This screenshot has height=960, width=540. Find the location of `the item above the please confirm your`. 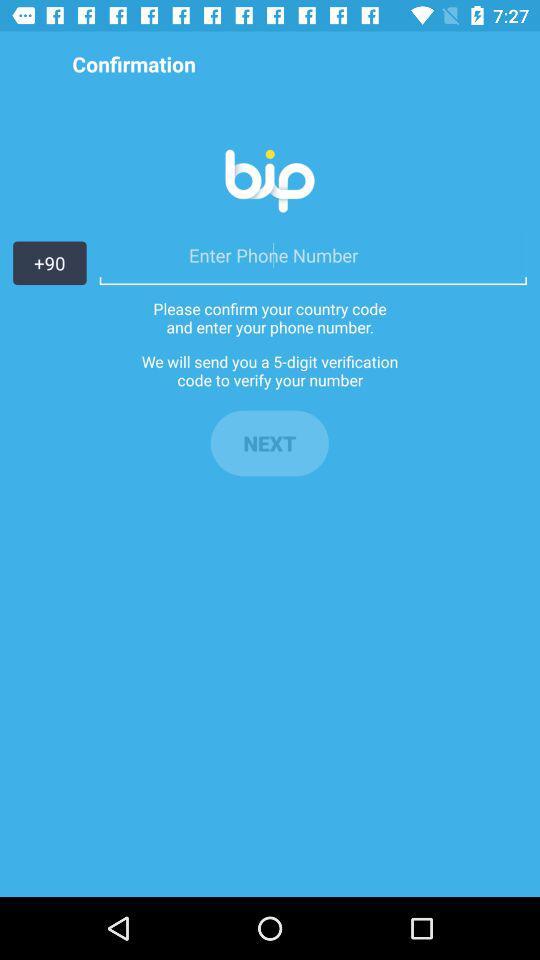

the item above the please confirm your is located at coordinates (313, 254).